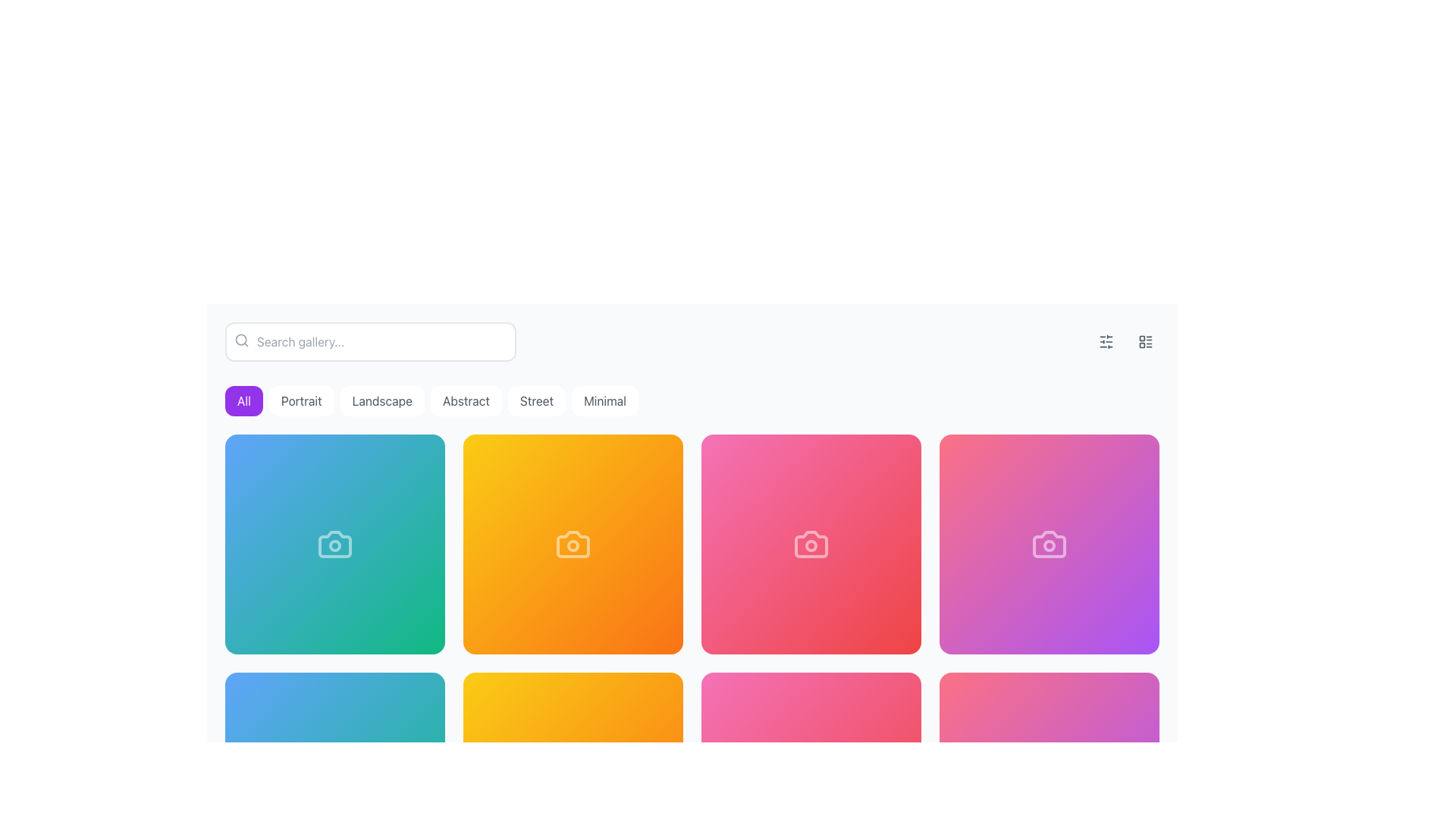 The width and height of the screenshot is (1456, 819). Describe the element at coordinates (1106, 342) in the screenshot. I see `the gray-themed rounded rectangular button with a horizontal sliders icon located at the top-right side of the layout` at that location.